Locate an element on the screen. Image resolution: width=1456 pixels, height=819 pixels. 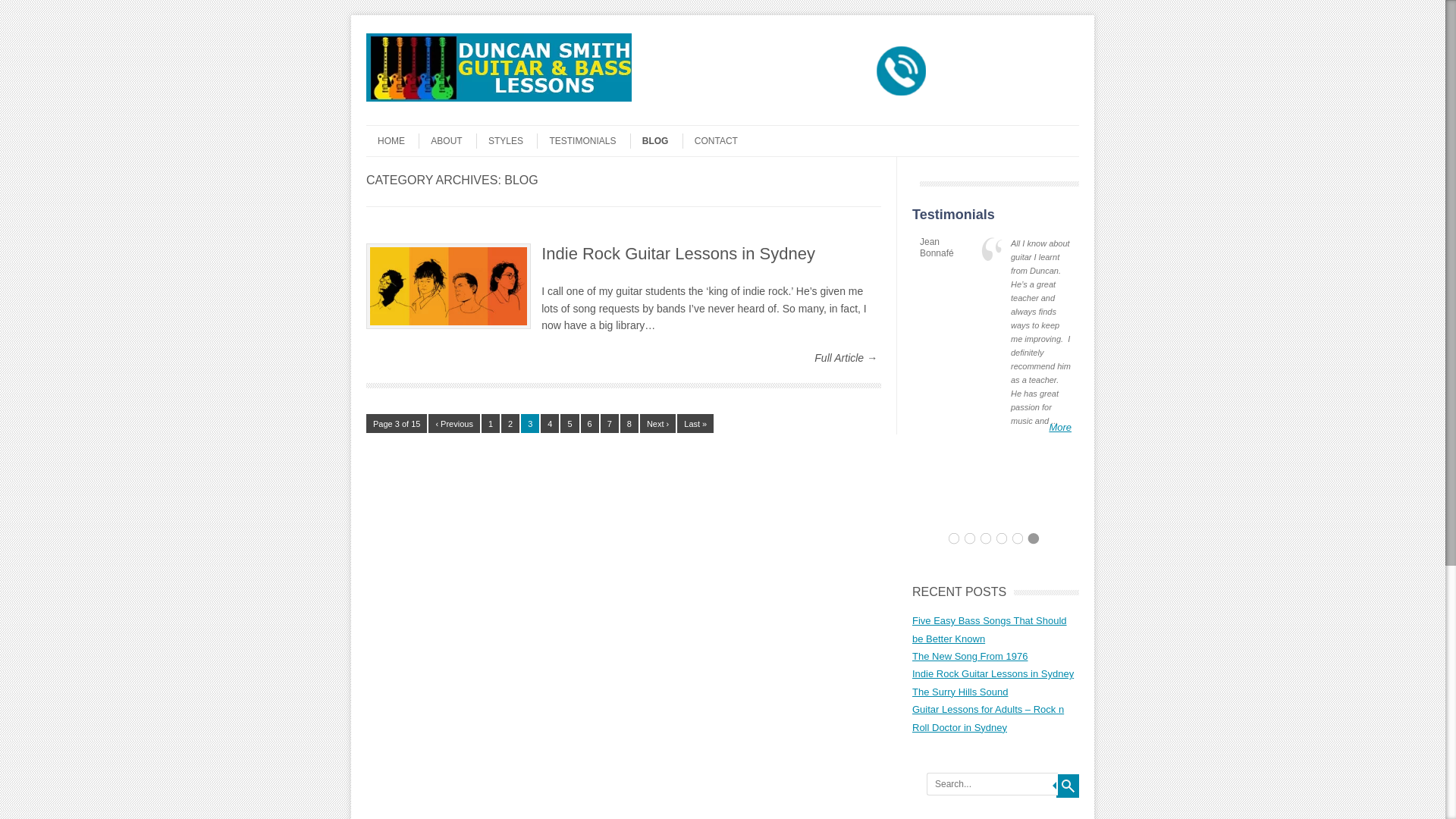
'2' is located at coordinates (510, 423).